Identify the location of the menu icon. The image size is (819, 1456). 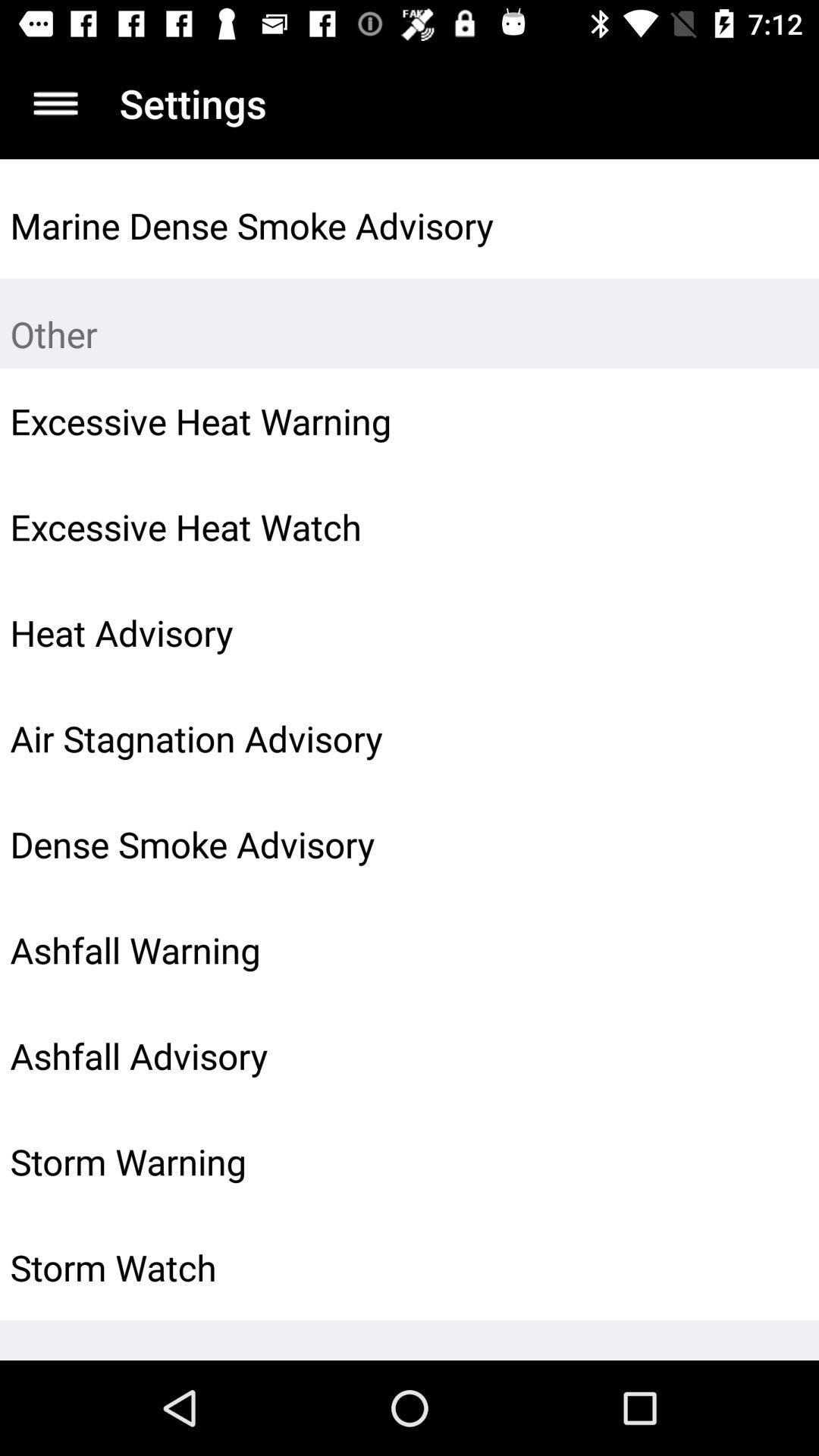
(55, 102).